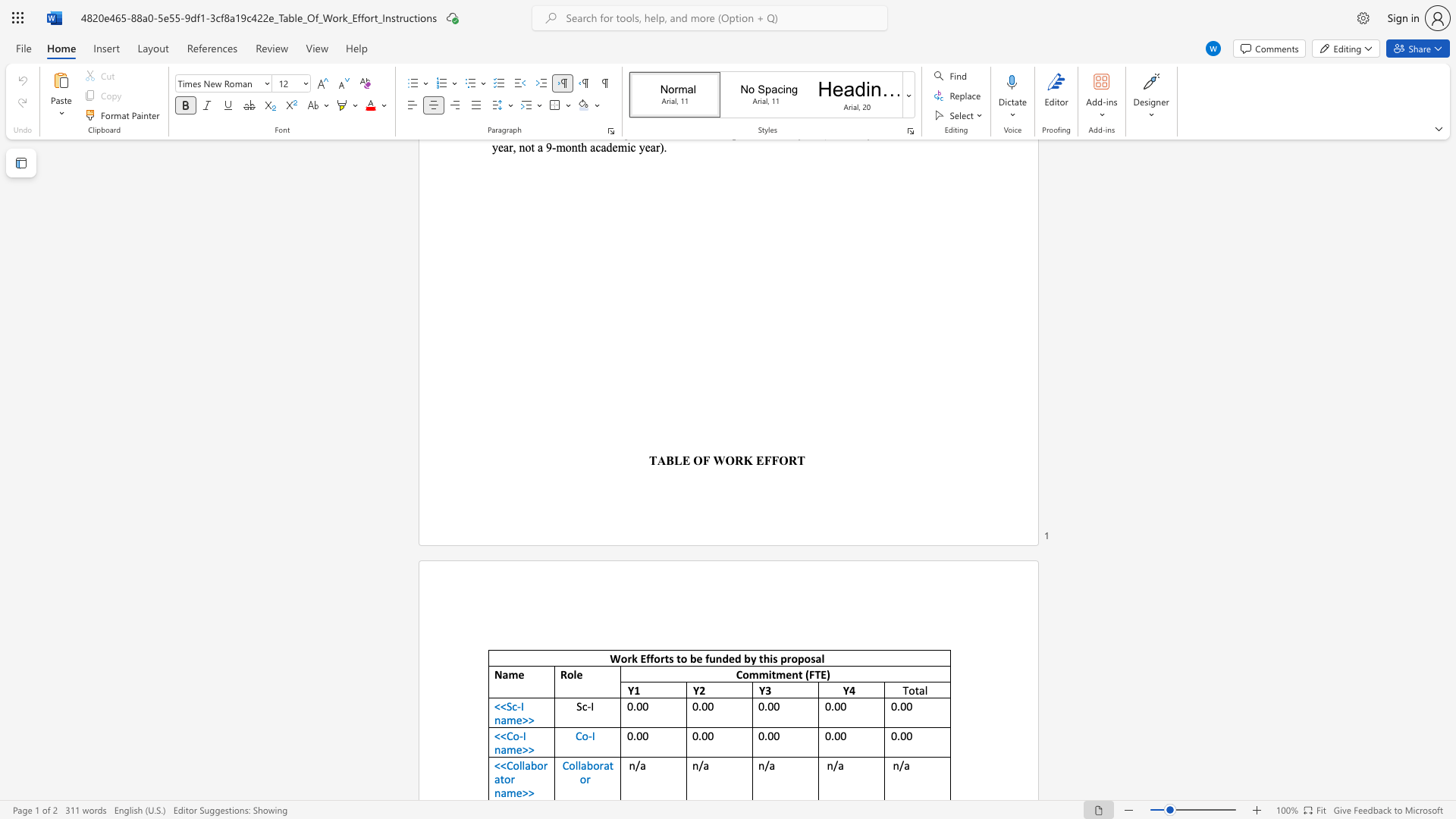 This screenshot has height=819, width=1456. Describe the element at coordinates (537, 765) in the screenshot. I see `the subset text "orator name" within the text "<<Collaborator name>>"` at that location.